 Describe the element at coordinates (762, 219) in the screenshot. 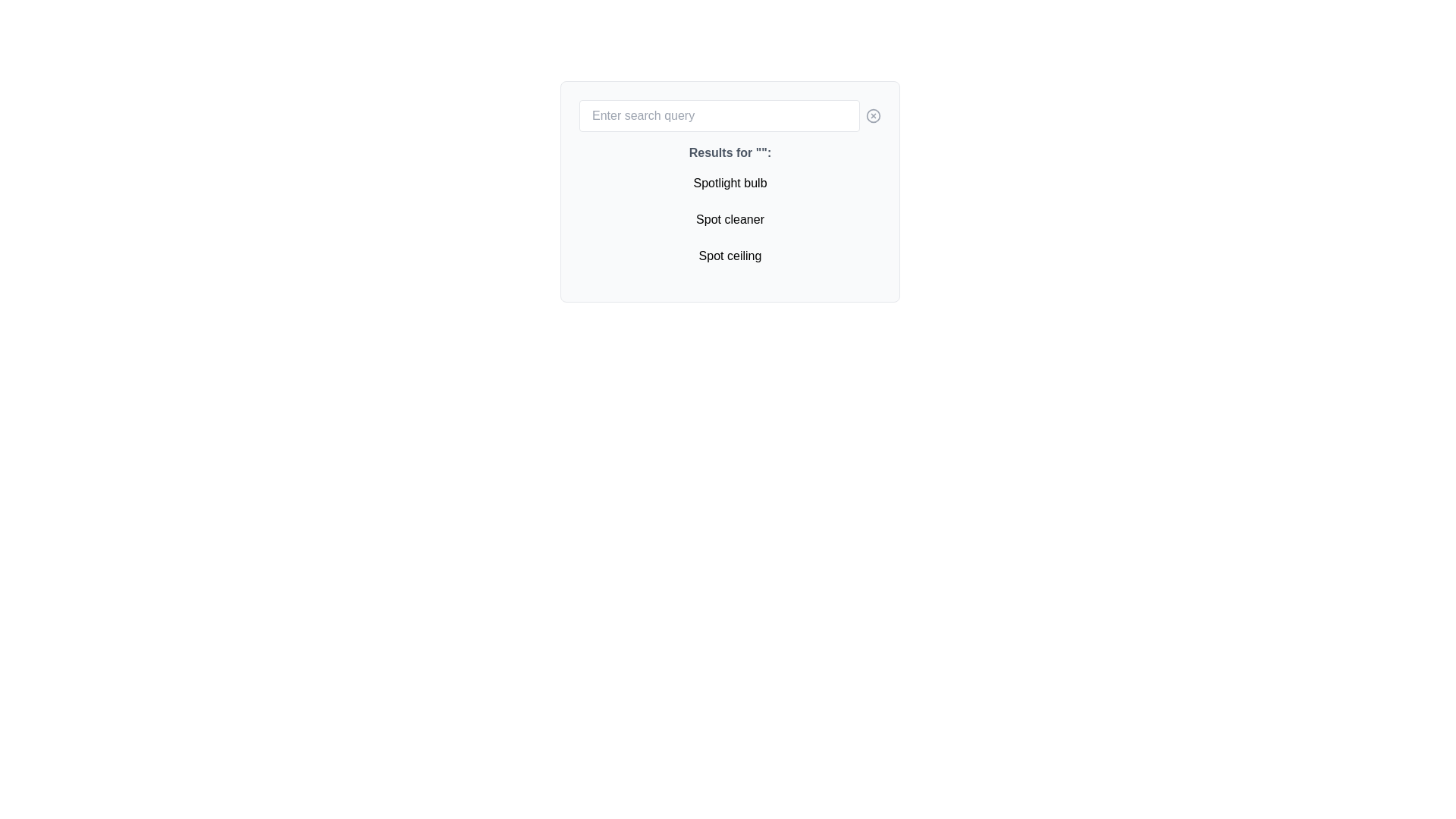

I see `the single character 'r' in the phrase 'Spot cleaner', which is the last character of the second item in the vertical list under the heading 'Results for '` at that location.